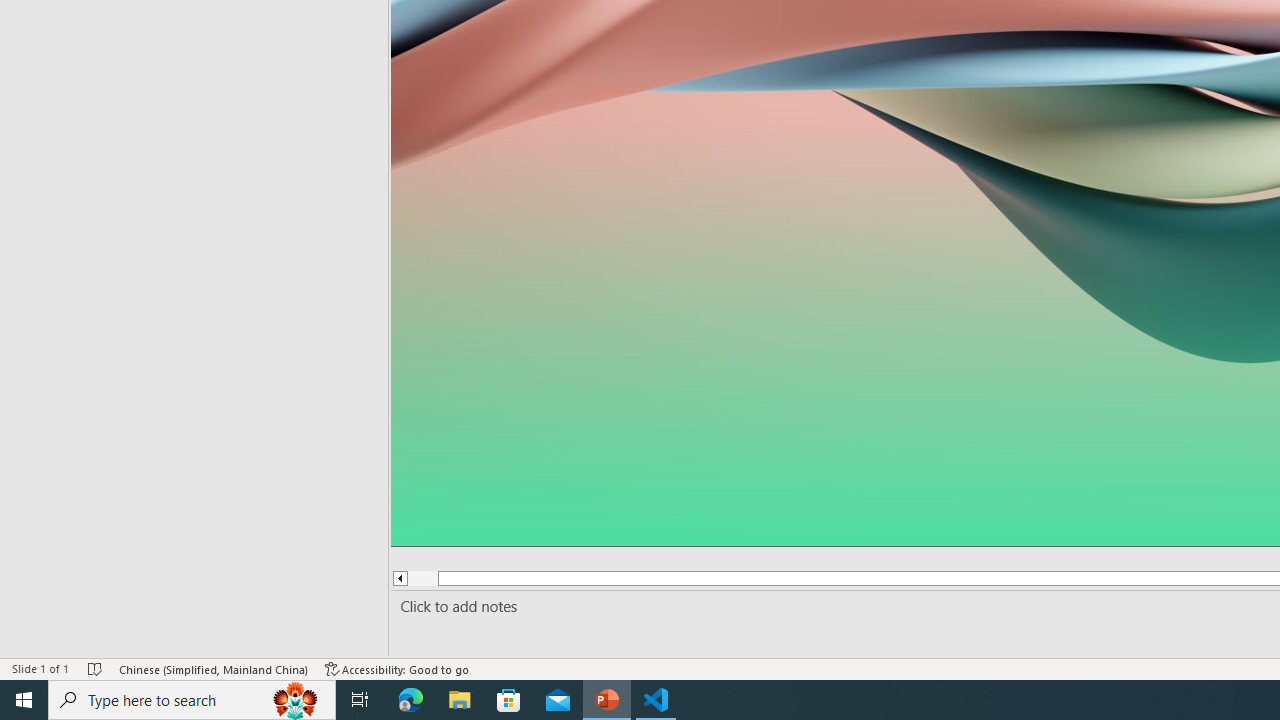 The image size is (1280, 720). What do you see at coordinates (397, 669) in the screenshot?
I see `'Accessibility Checker Accessibility: Good to go'` at bounding box center [397, 669].